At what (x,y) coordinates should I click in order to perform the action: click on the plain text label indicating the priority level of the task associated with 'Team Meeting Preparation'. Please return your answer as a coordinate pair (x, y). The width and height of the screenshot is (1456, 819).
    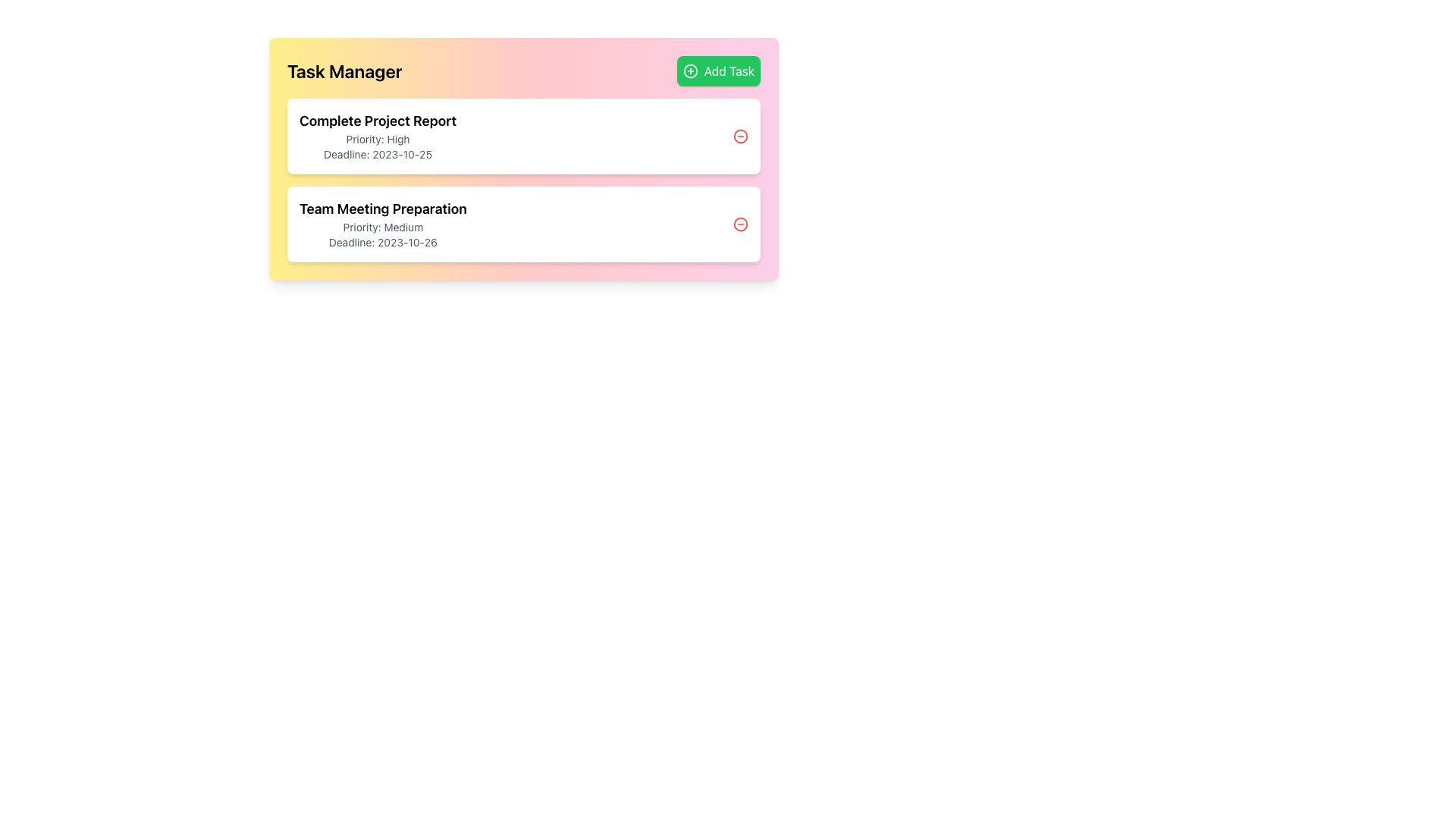
    Looking at the image, I should click on (383, 227).